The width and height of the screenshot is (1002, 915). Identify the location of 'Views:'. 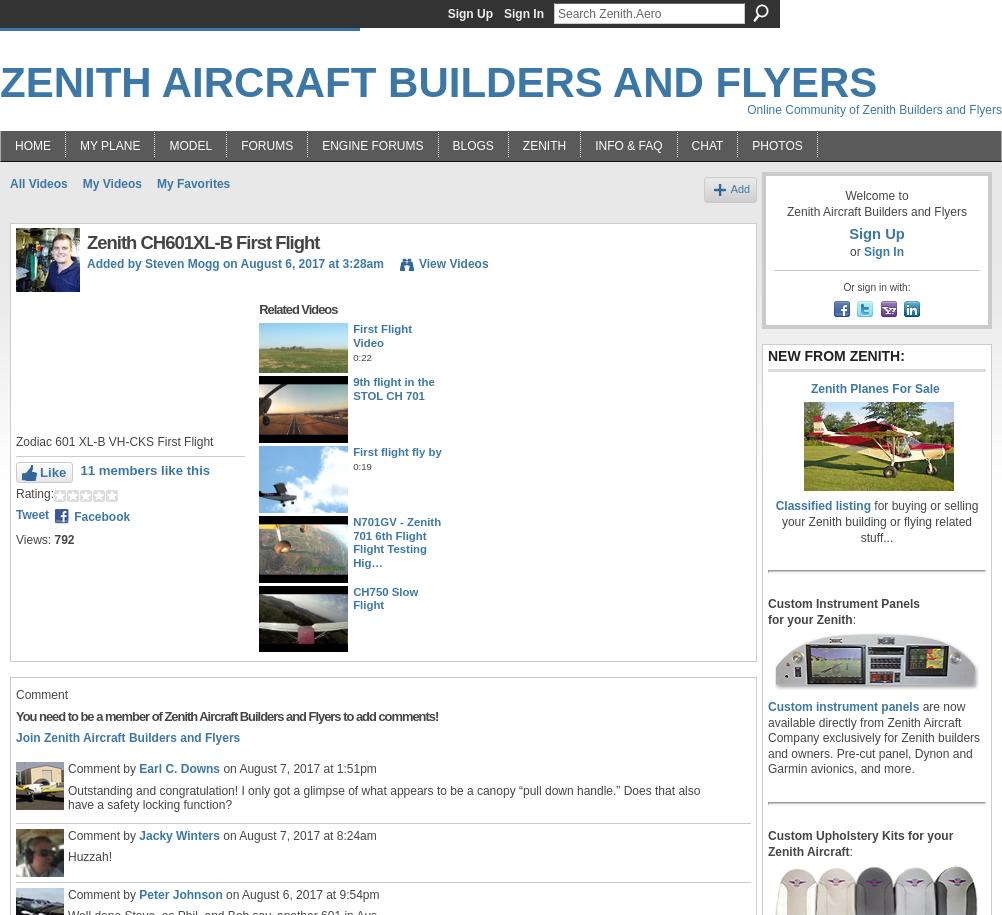
(16, 540).